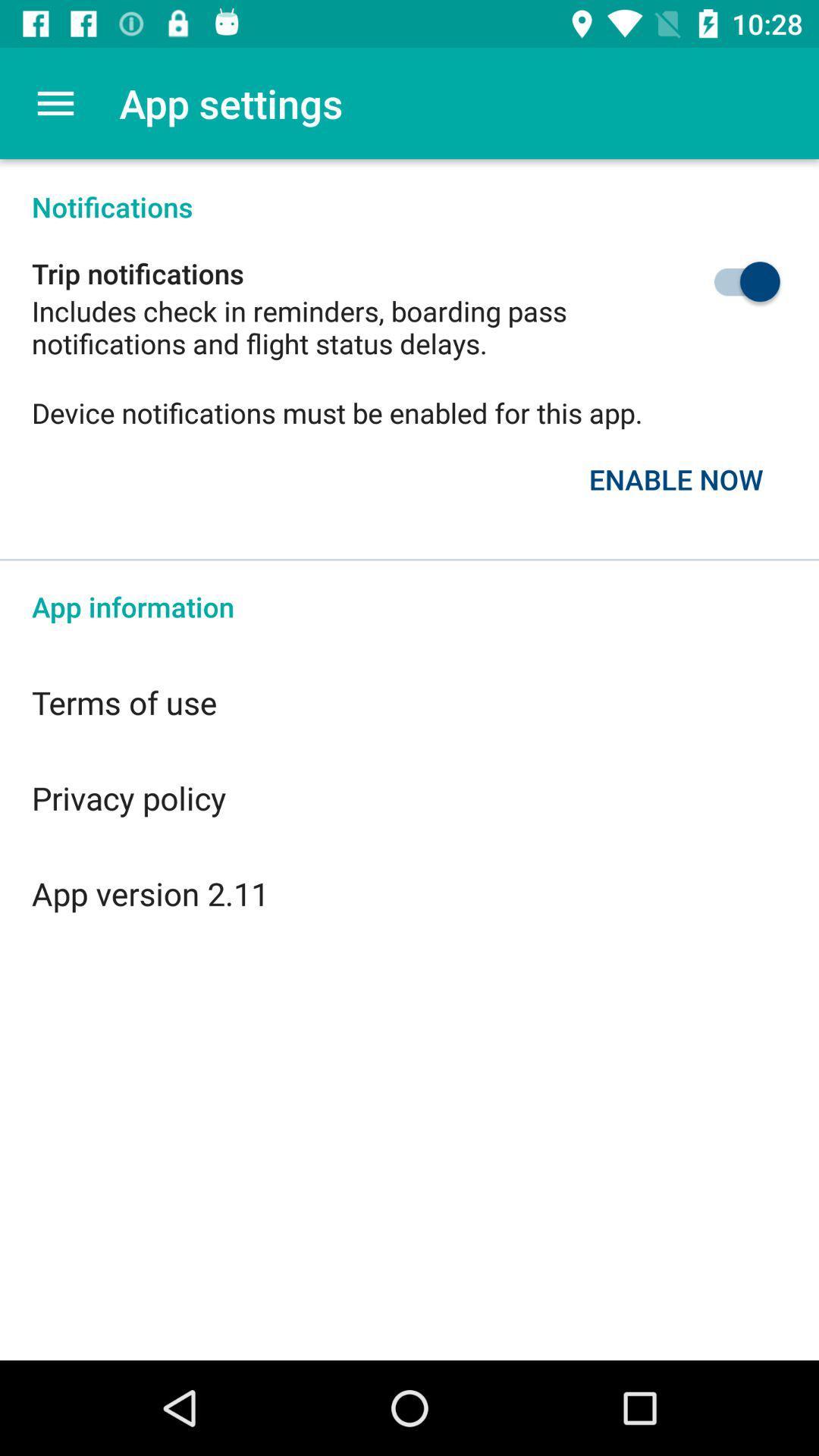  I want to click on the enable now item, so click(675, 479).